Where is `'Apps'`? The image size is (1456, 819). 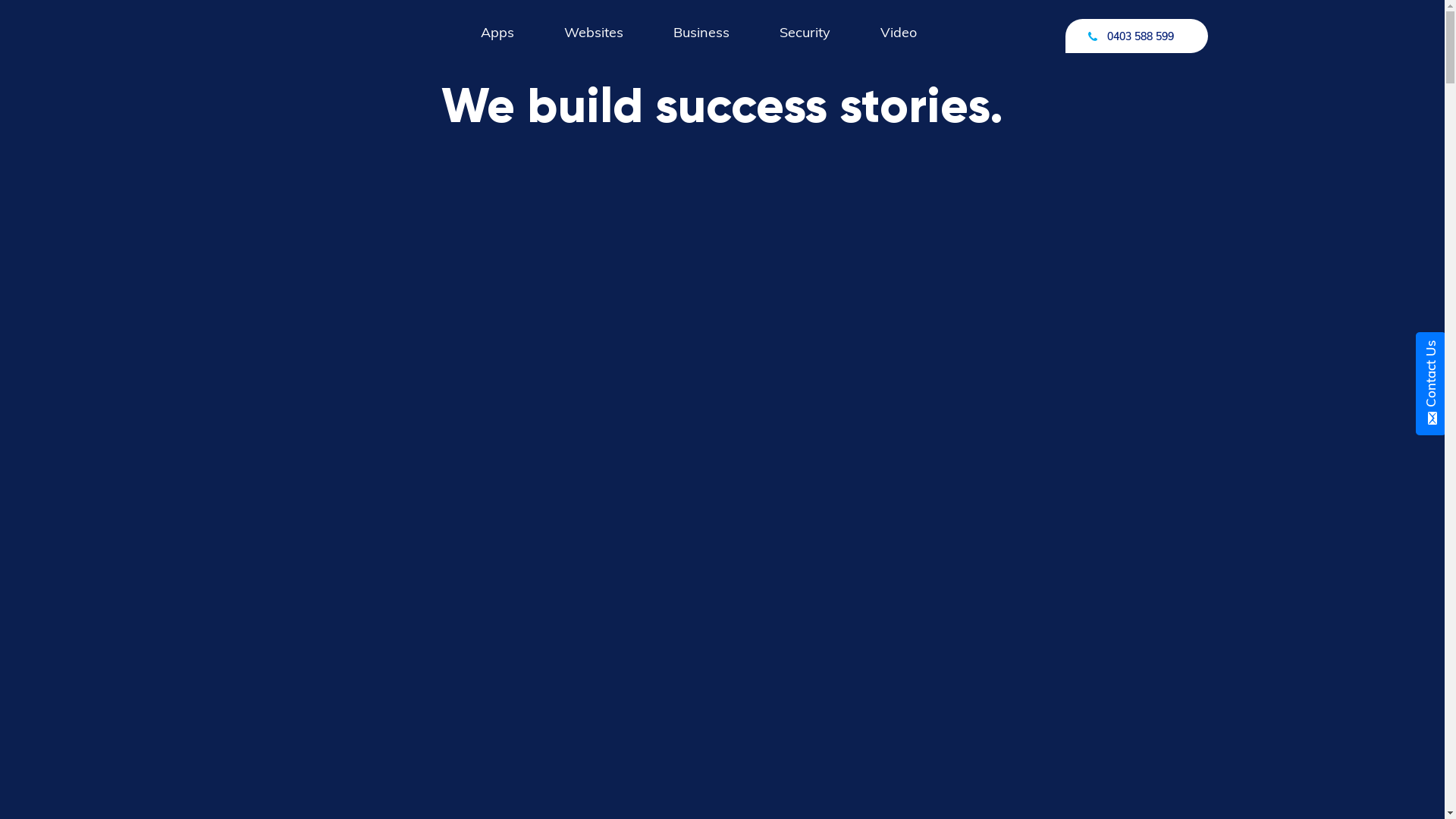 'Apps' is located at coordinates (497, 44).